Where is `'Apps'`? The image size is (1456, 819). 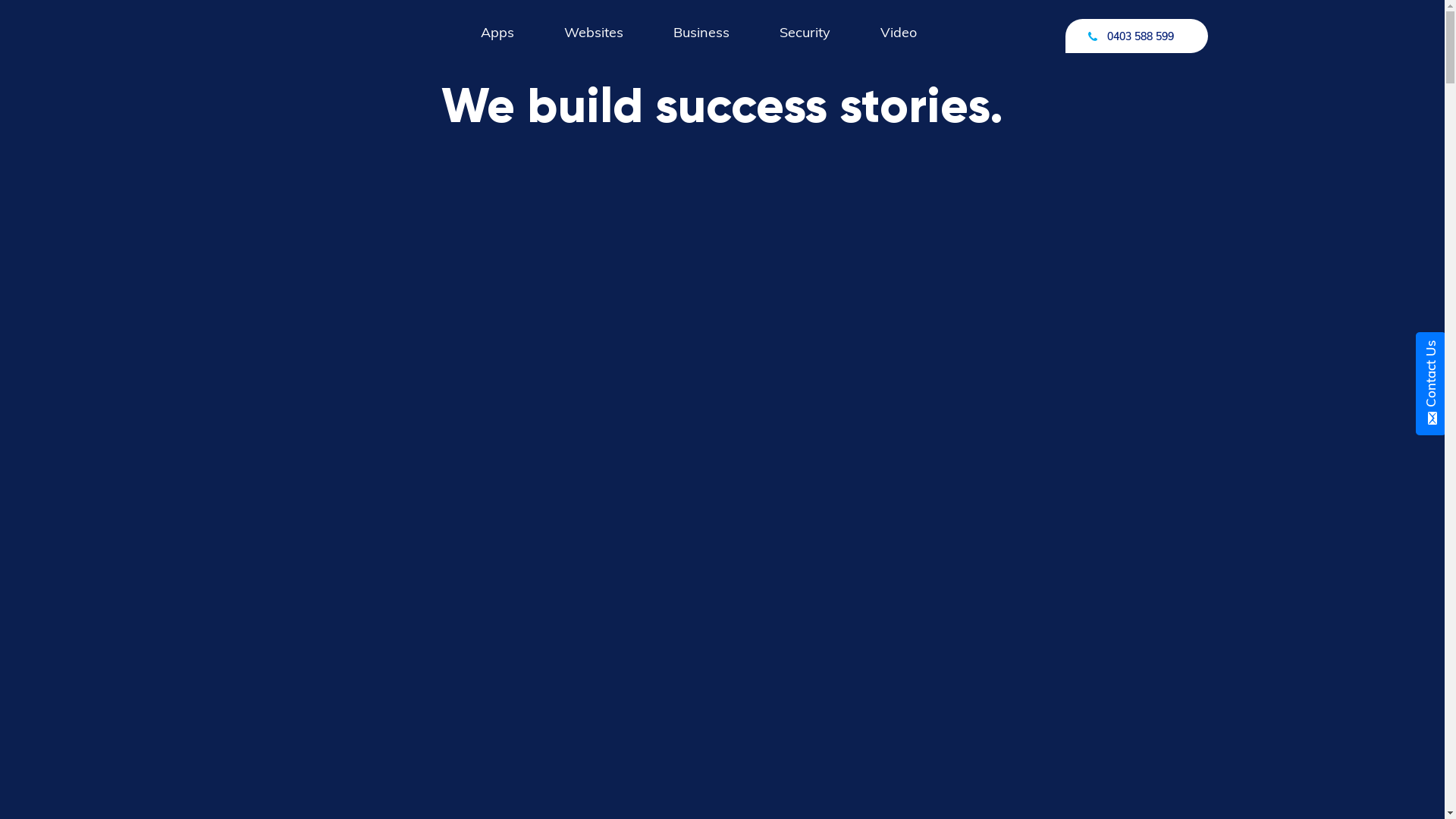 'Apps' is located at coordinates (497, 44).